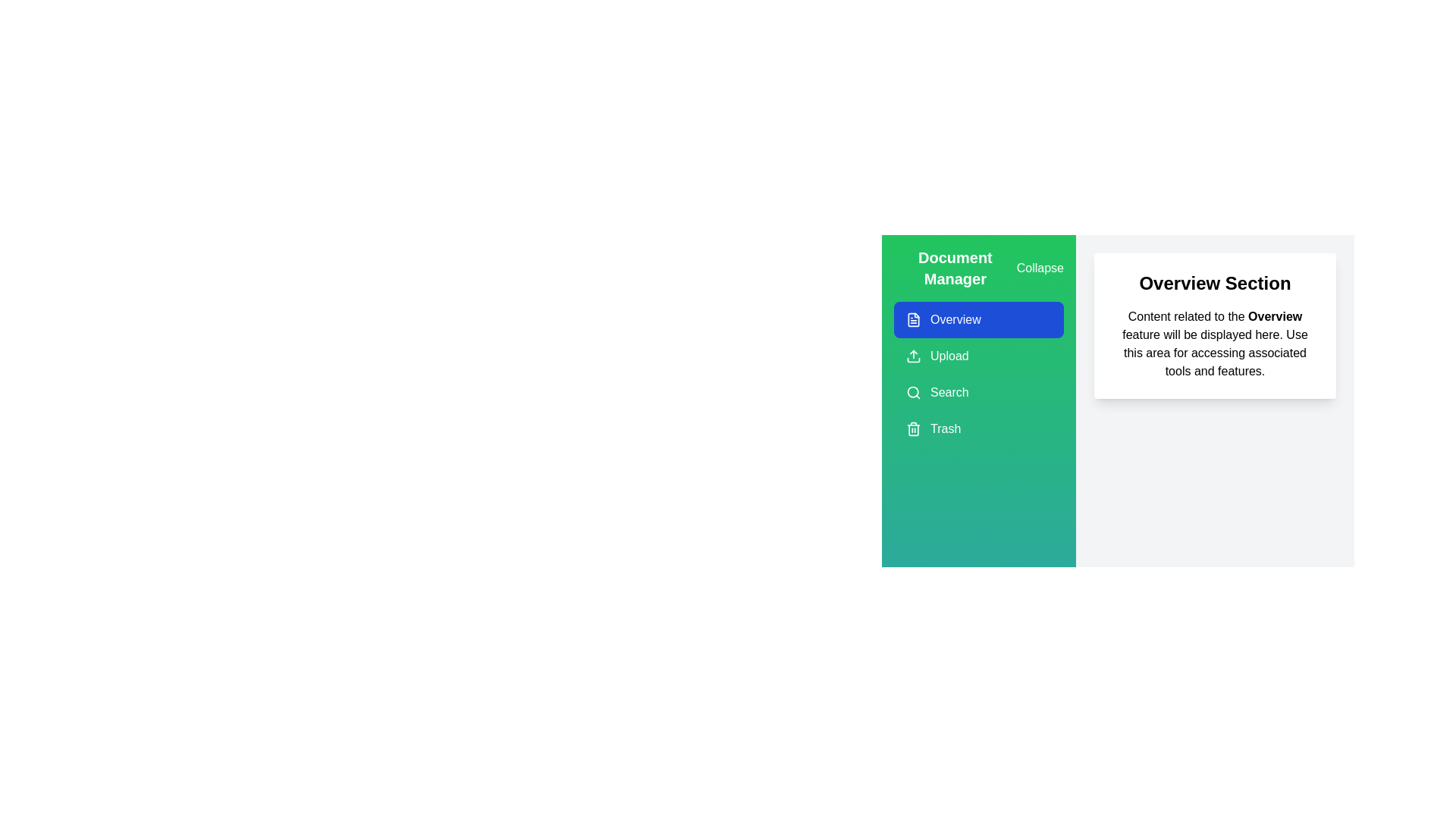 The width and height of the screenshot is (1456, 819). What do you see at coordinates (979, 391) in the screenshot?
I see `the menu option Search in the Document Management Drawer` at bounding box center [979, 391].